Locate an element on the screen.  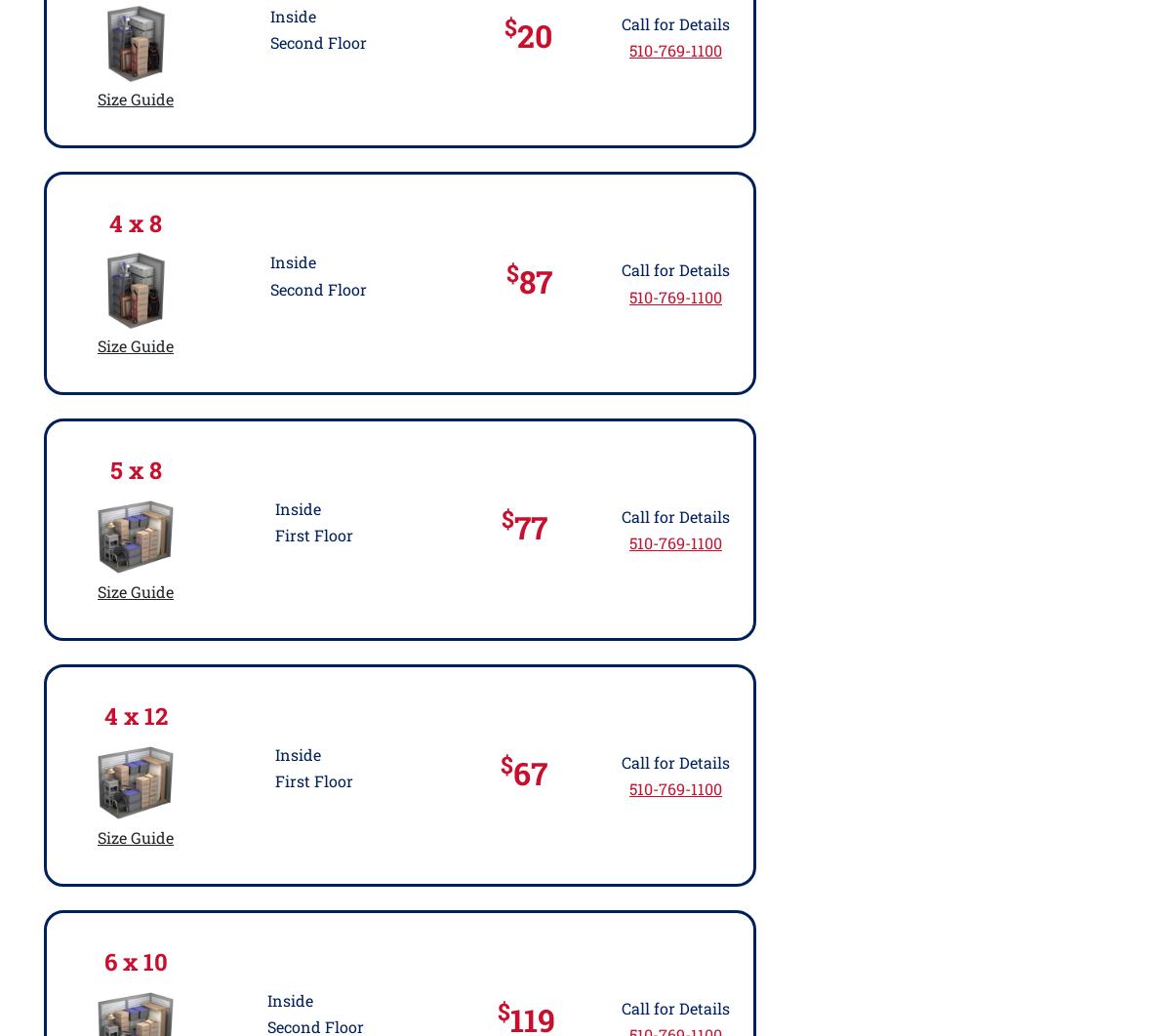
'6 x 10' is located at coordinates (135, 960).